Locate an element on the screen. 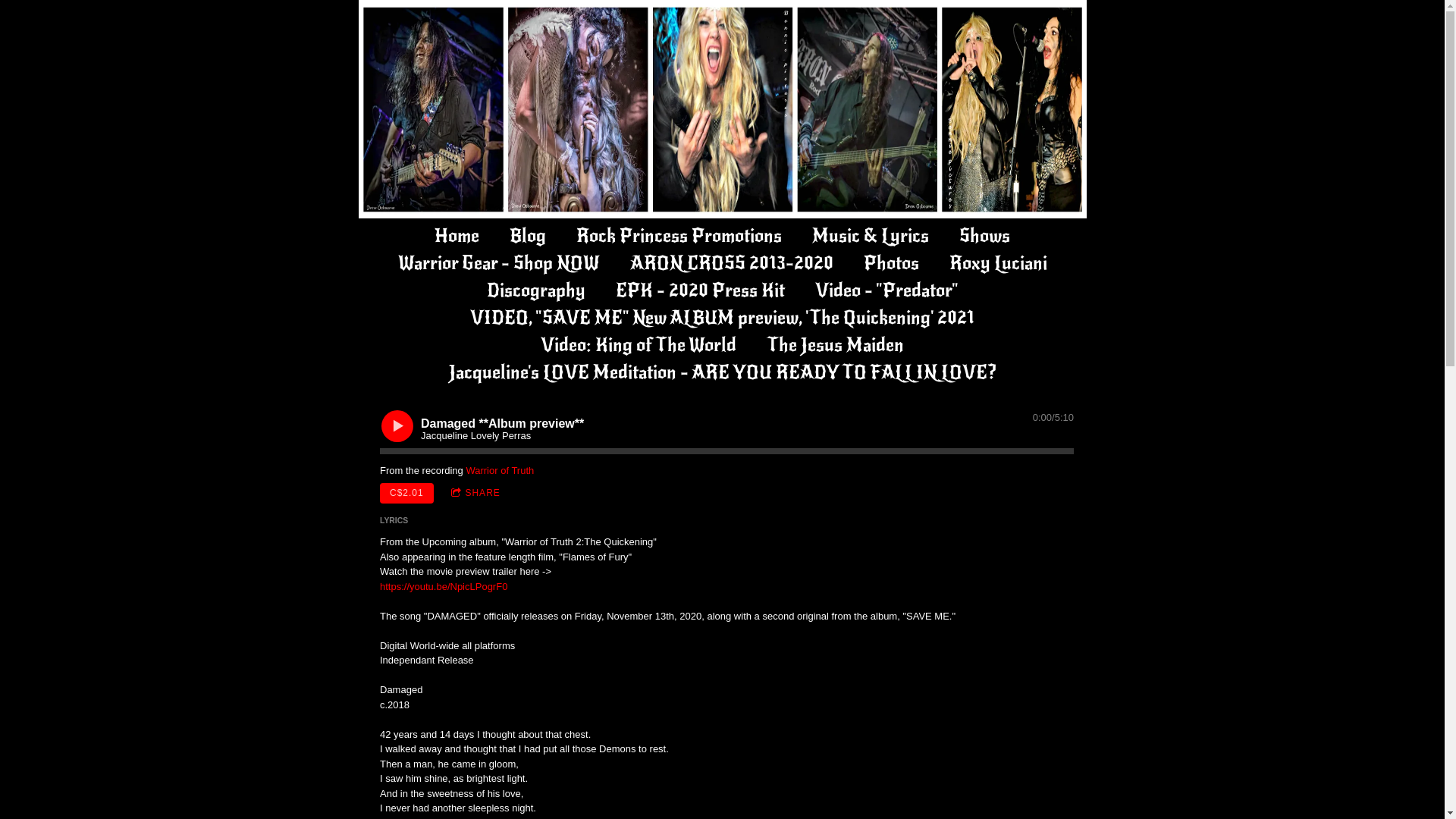 Image resolution: width=1456 pixels, height=819 pixels. 'C$2.01' is located at coordinates (406, 493).